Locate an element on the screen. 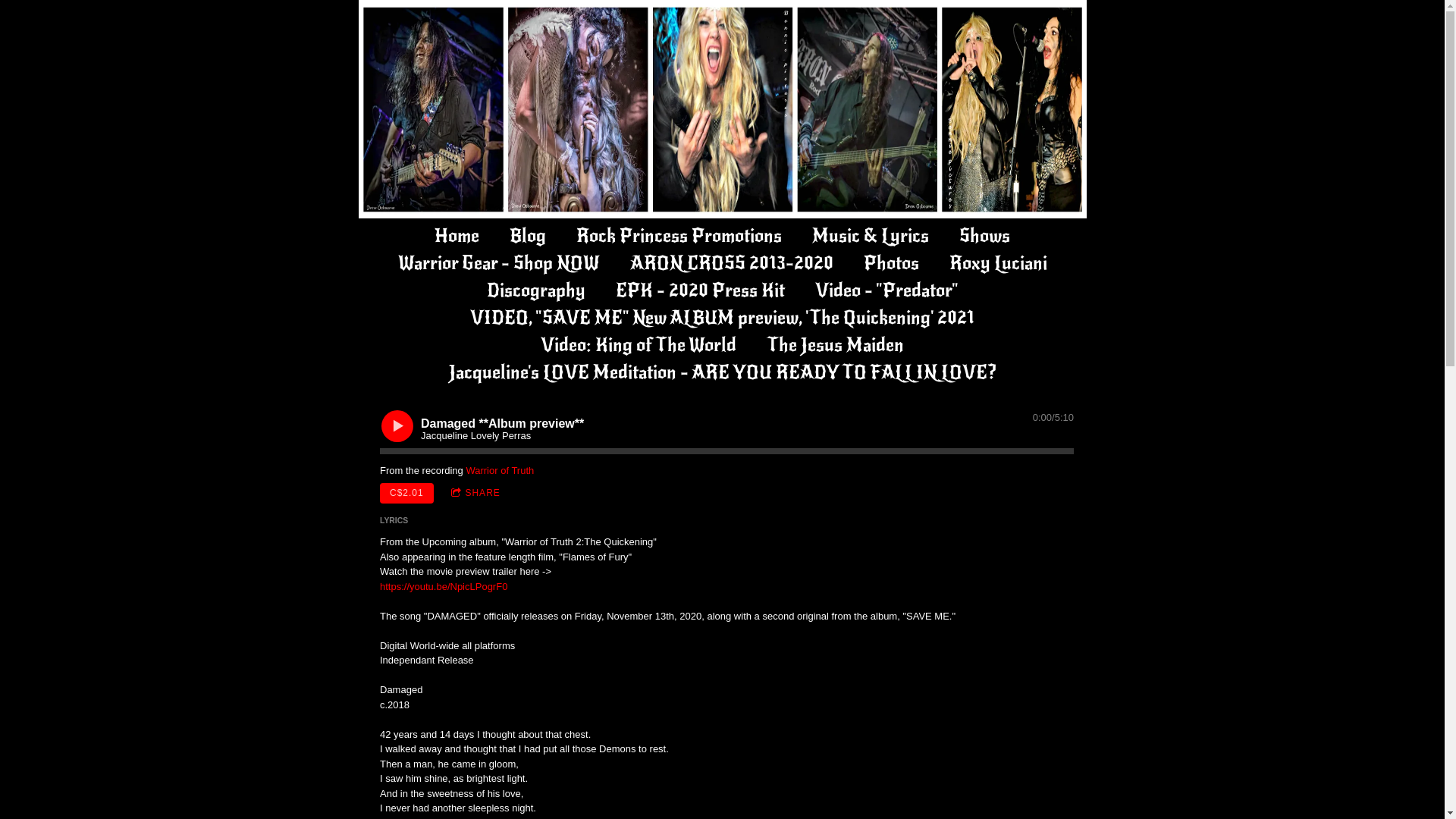 Image resolution: width=1456 pixels, height=819 pixels. 'C$2.01' is located at coordinates (406, 493).